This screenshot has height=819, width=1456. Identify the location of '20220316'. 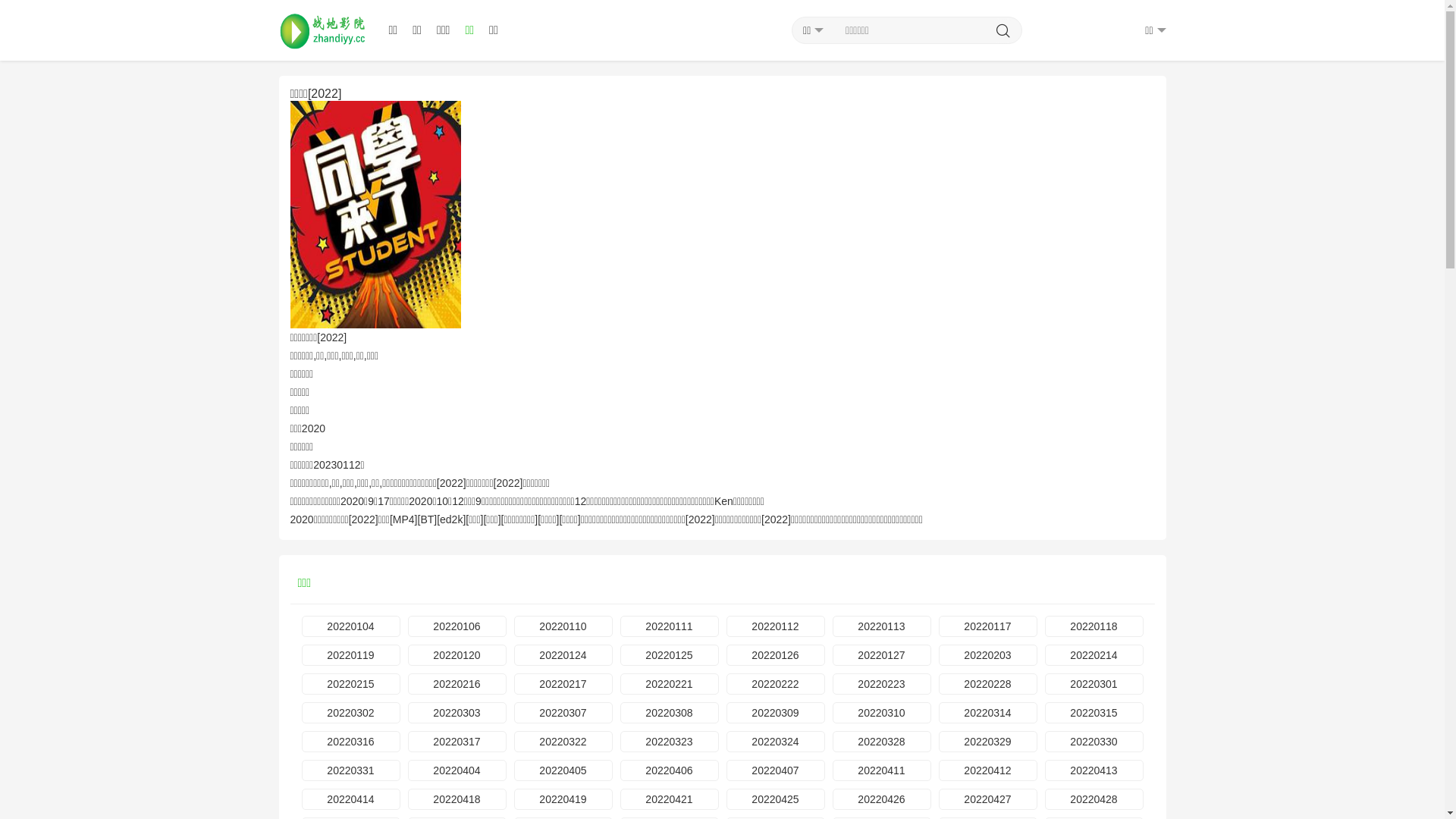
(350, 741).